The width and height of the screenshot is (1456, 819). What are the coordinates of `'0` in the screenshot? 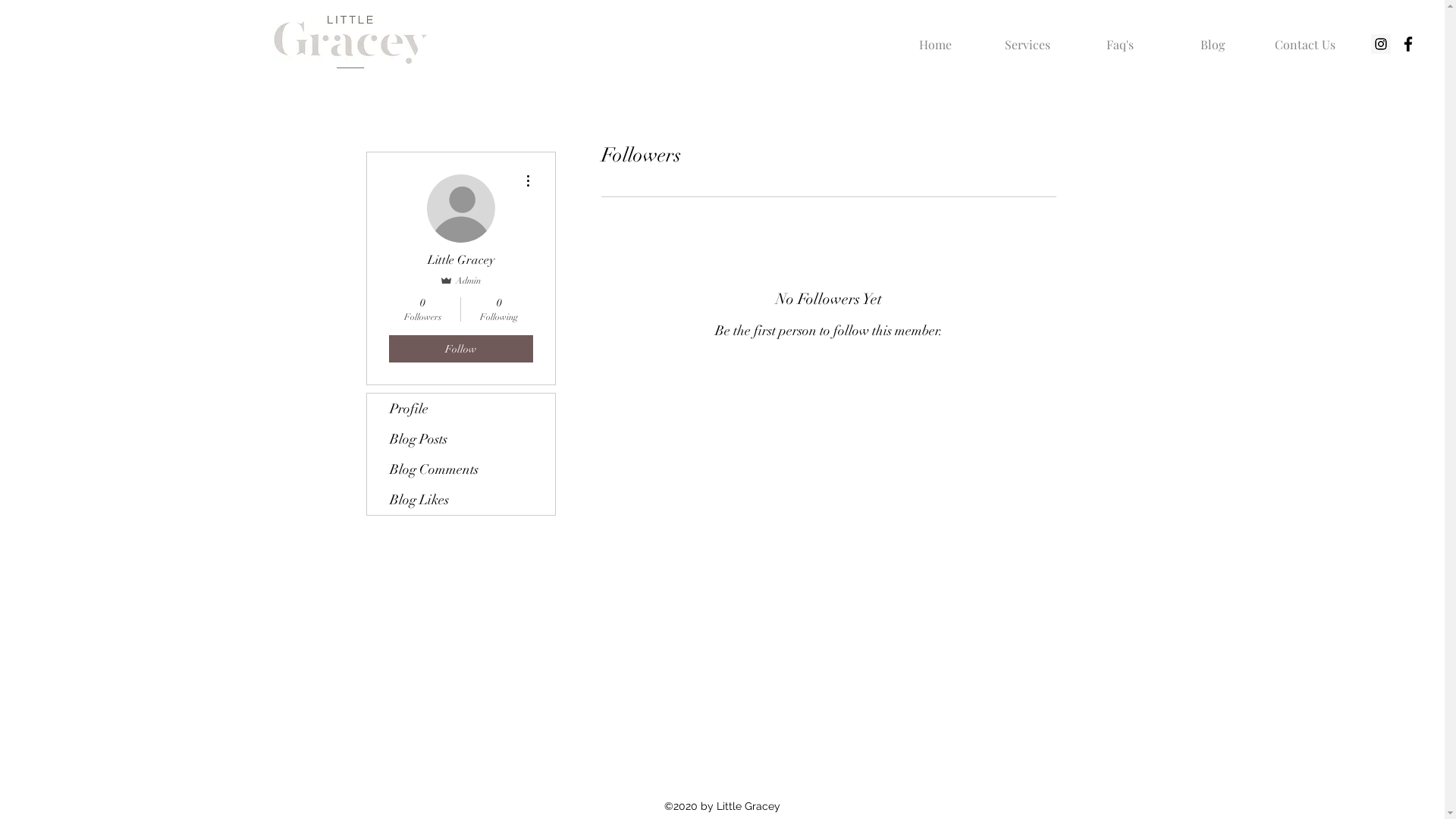 It's located at (422, 309).